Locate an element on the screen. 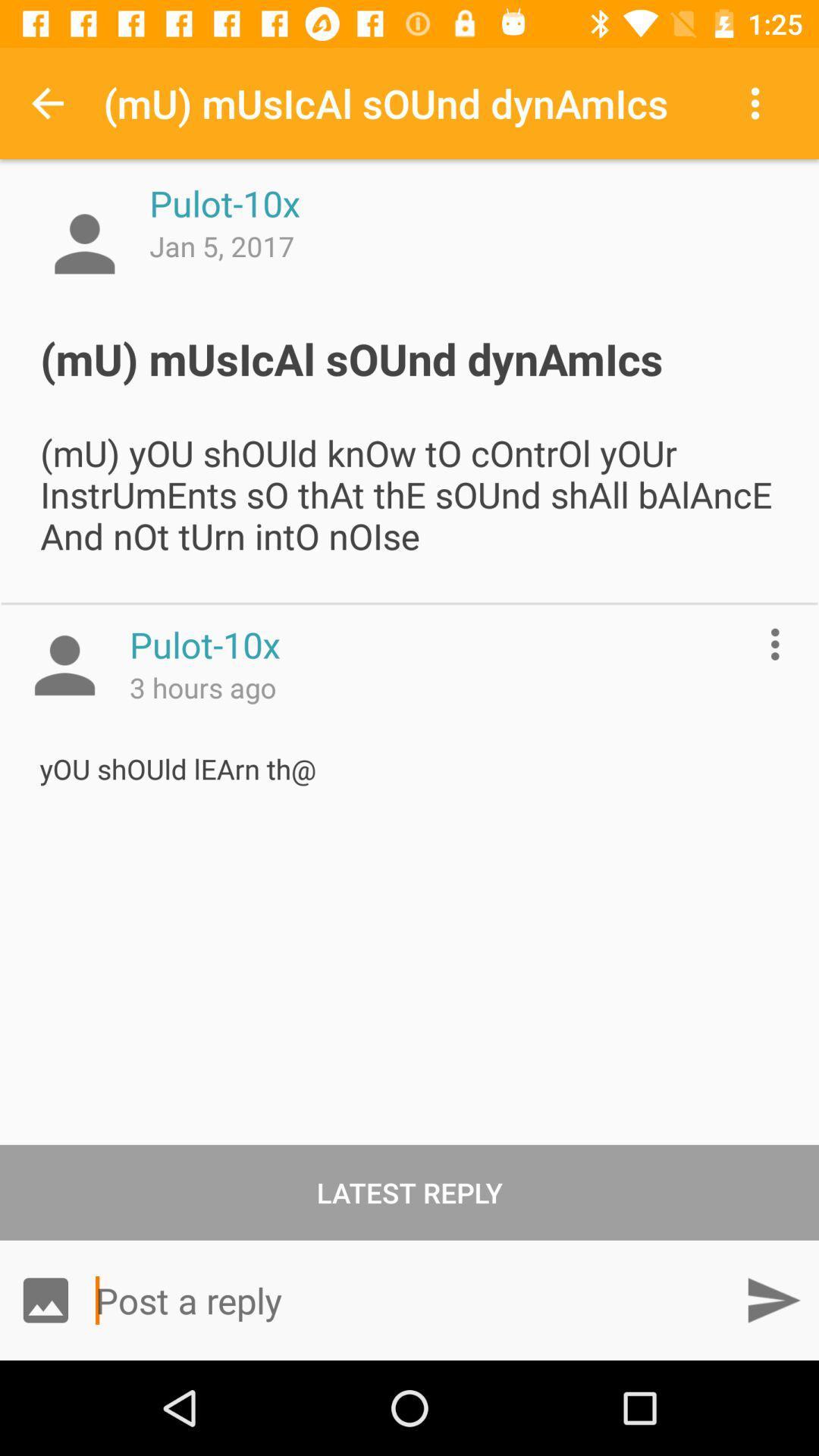  profile picture is located at coordinates (84, 243).